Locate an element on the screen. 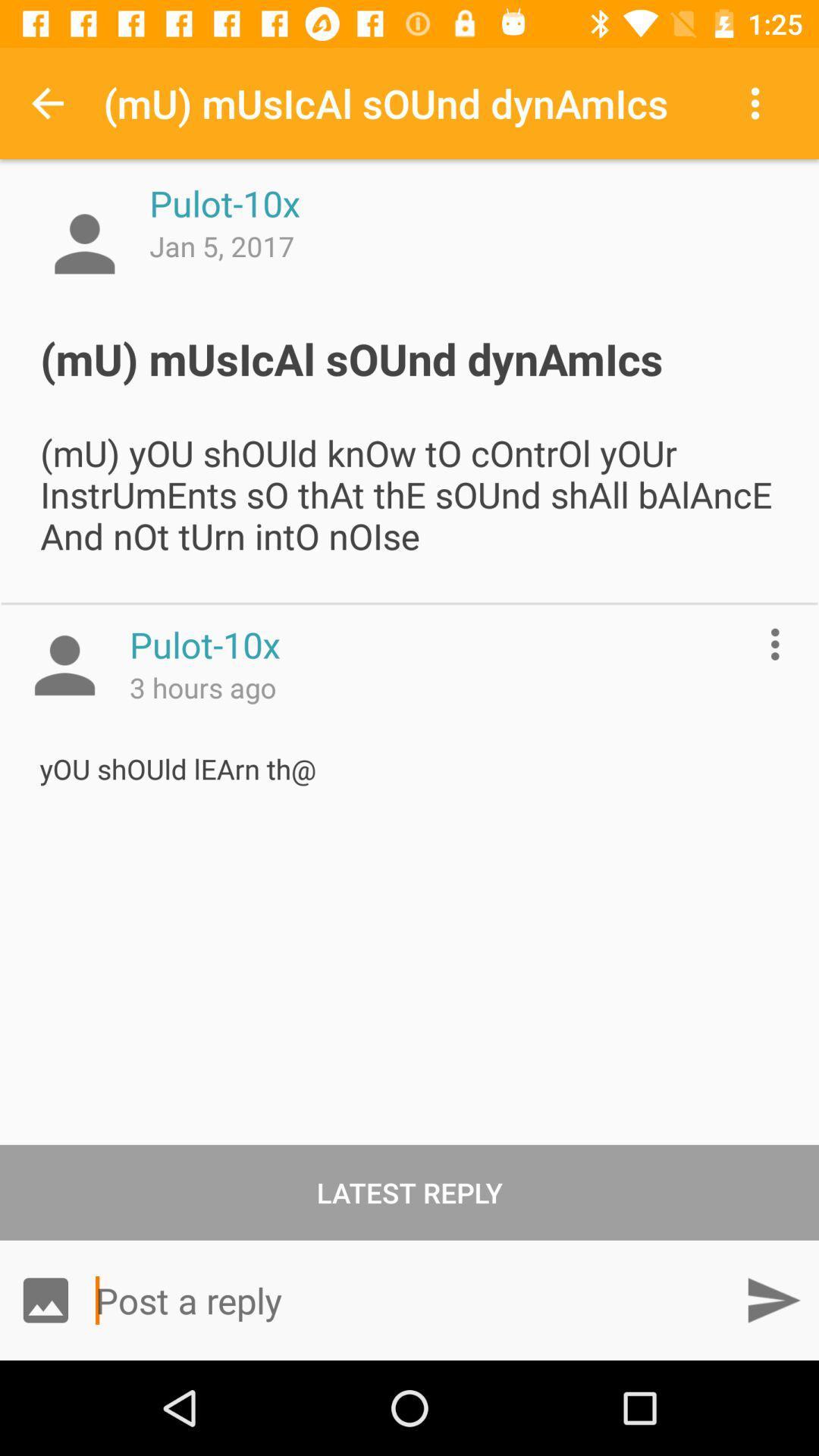  profile picture is located at coordinates (84, 243).